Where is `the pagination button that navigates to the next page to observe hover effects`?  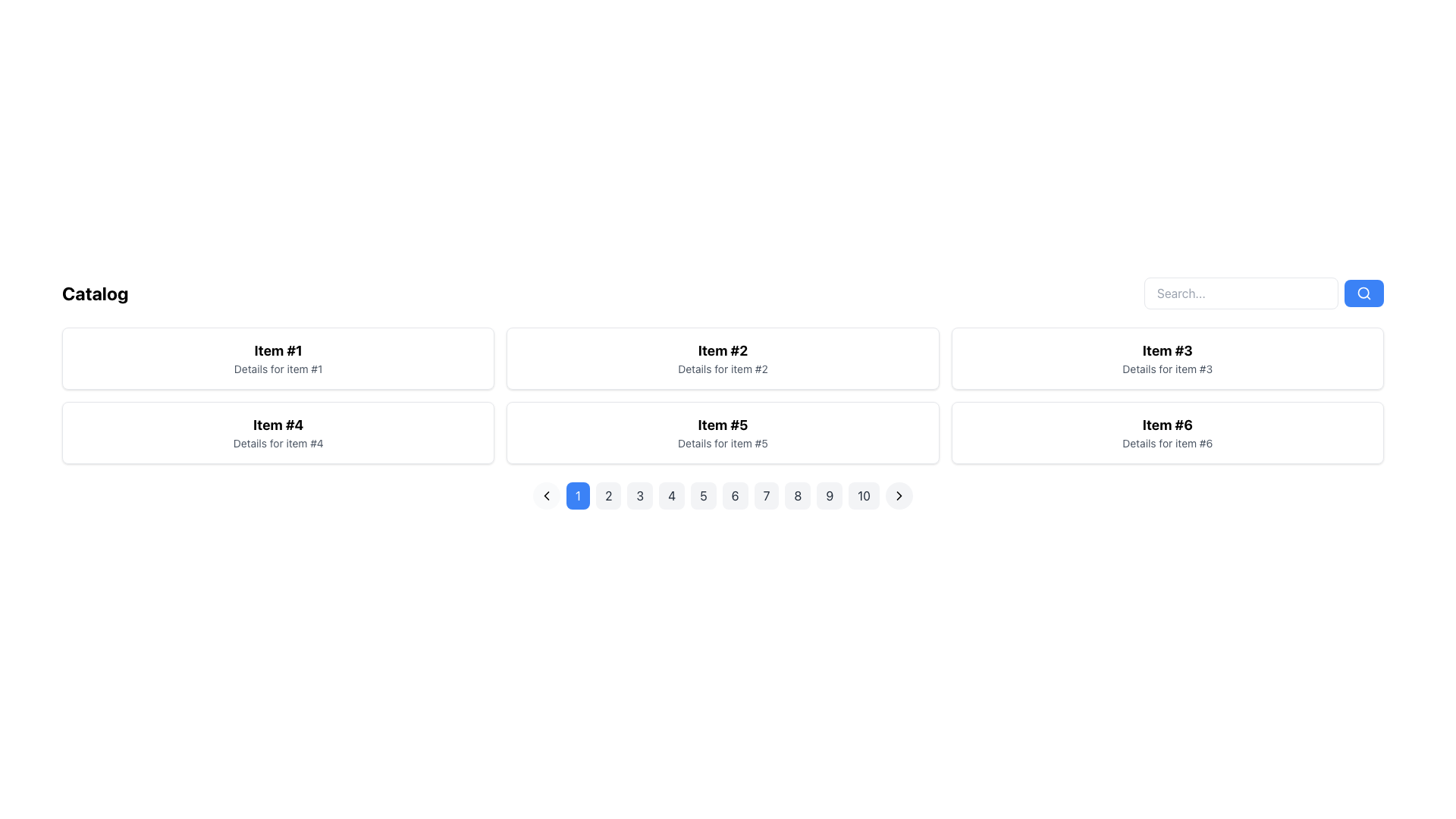 the pagination button that navigates to the next page to observe hover effects is located at coordinates (899, 496).